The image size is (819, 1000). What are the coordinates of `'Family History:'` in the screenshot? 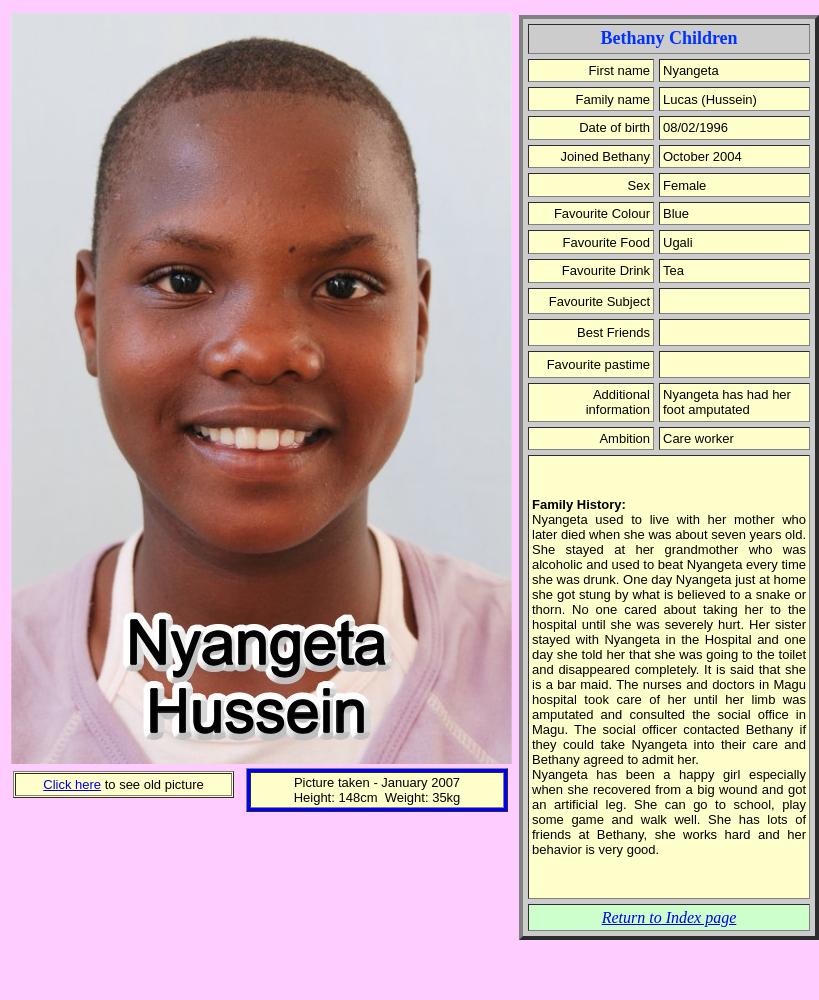 It's located at (578, 504).